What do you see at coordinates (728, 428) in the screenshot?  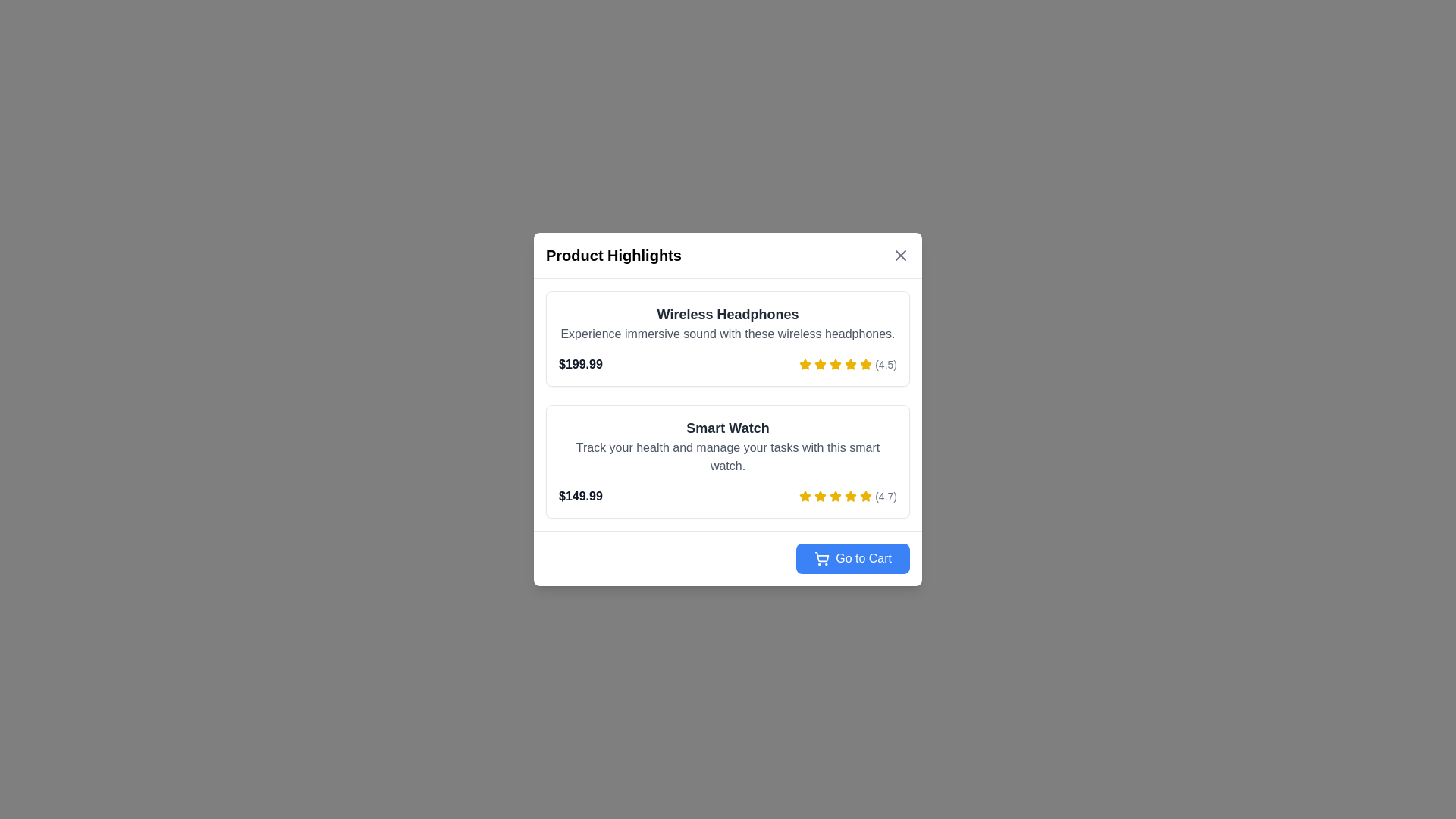 I see `the 'Smart Watch' text element, which is displayed prominently in bold and dark color within the 'Product Highlights' dialog box` at bounding box center [728, 428].